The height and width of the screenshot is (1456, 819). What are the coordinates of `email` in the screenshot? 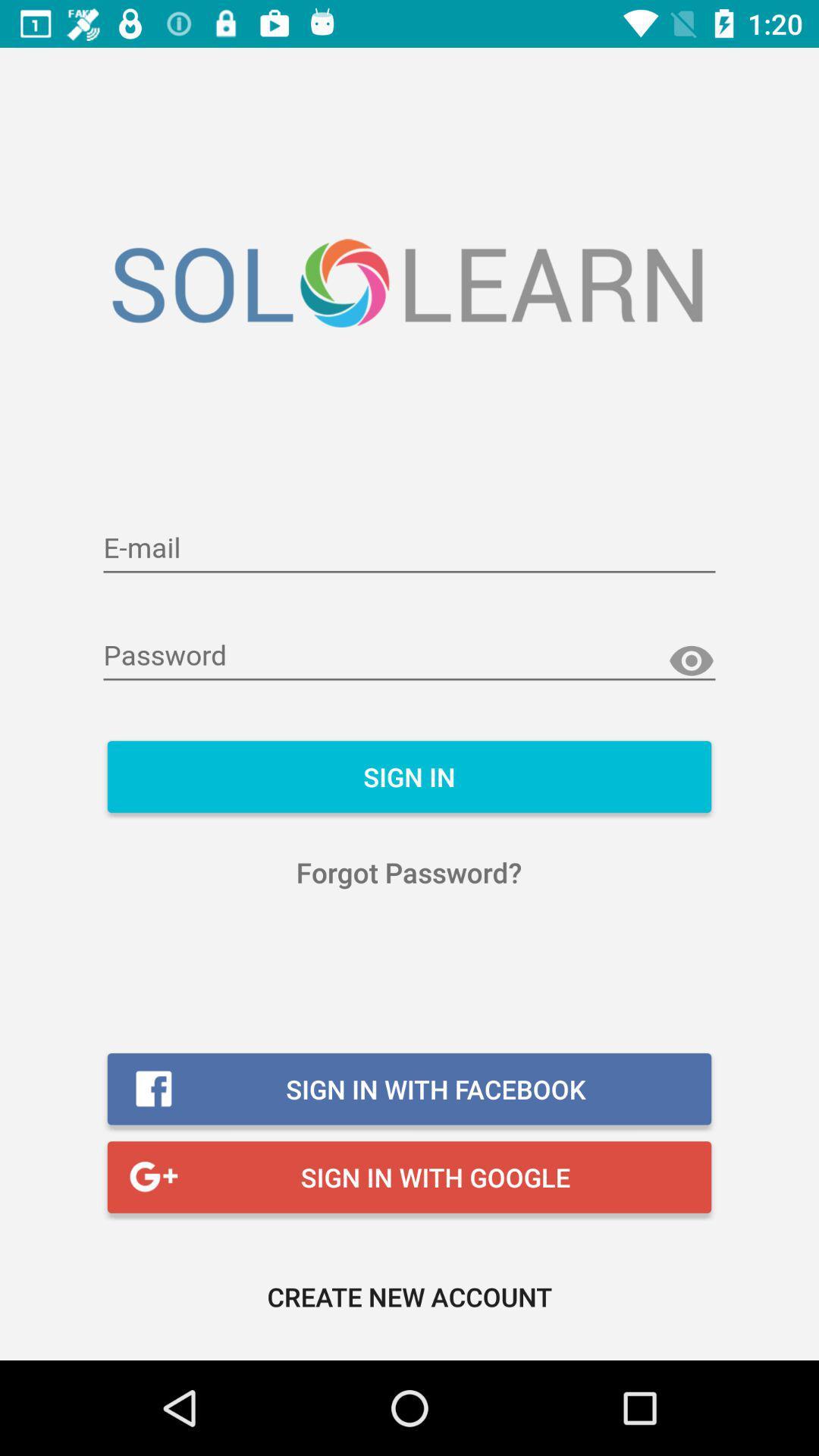 It's located at (409, 548).